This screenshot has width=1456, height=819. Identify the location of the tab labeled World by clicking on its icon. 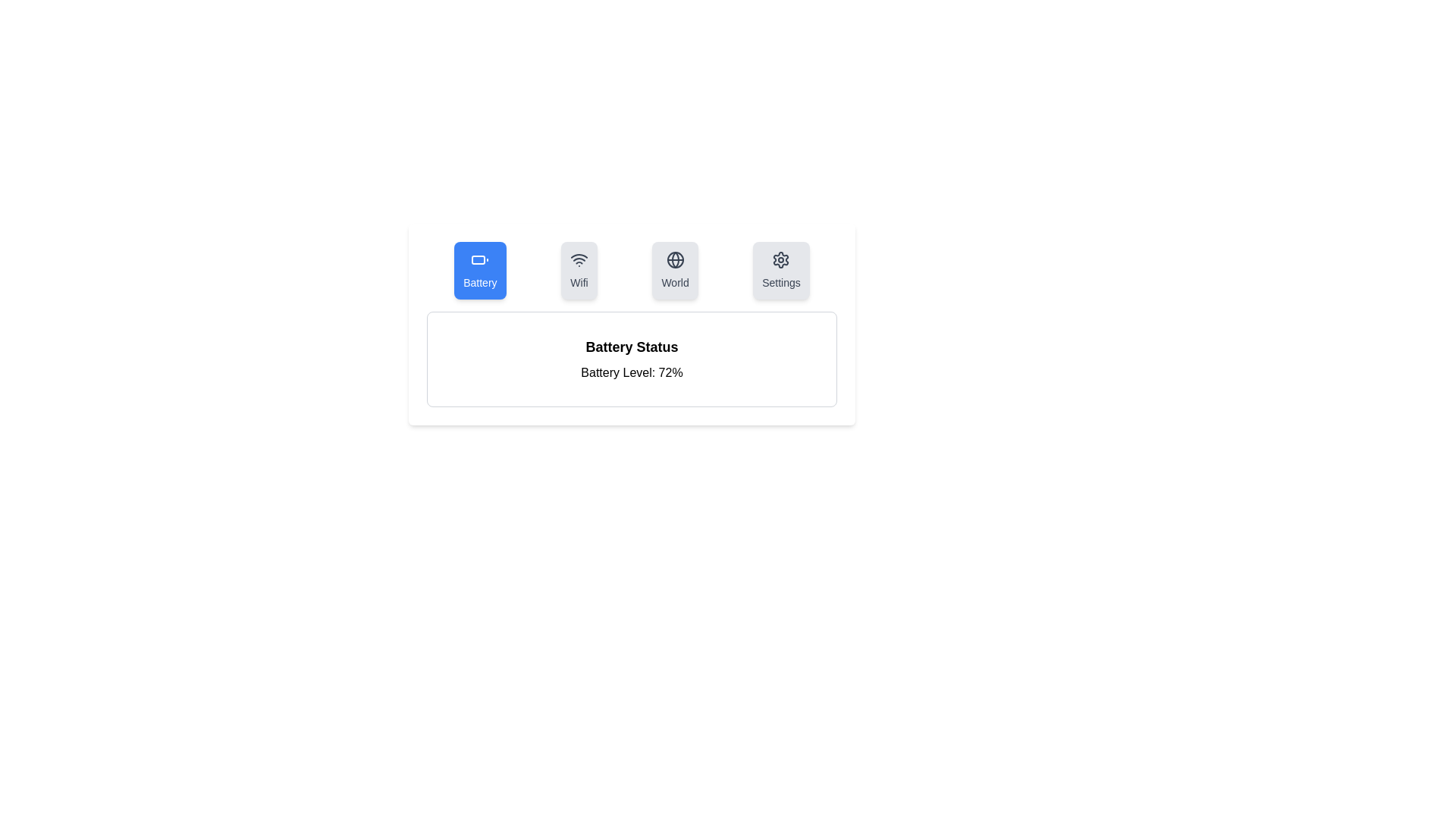
(674, 270).